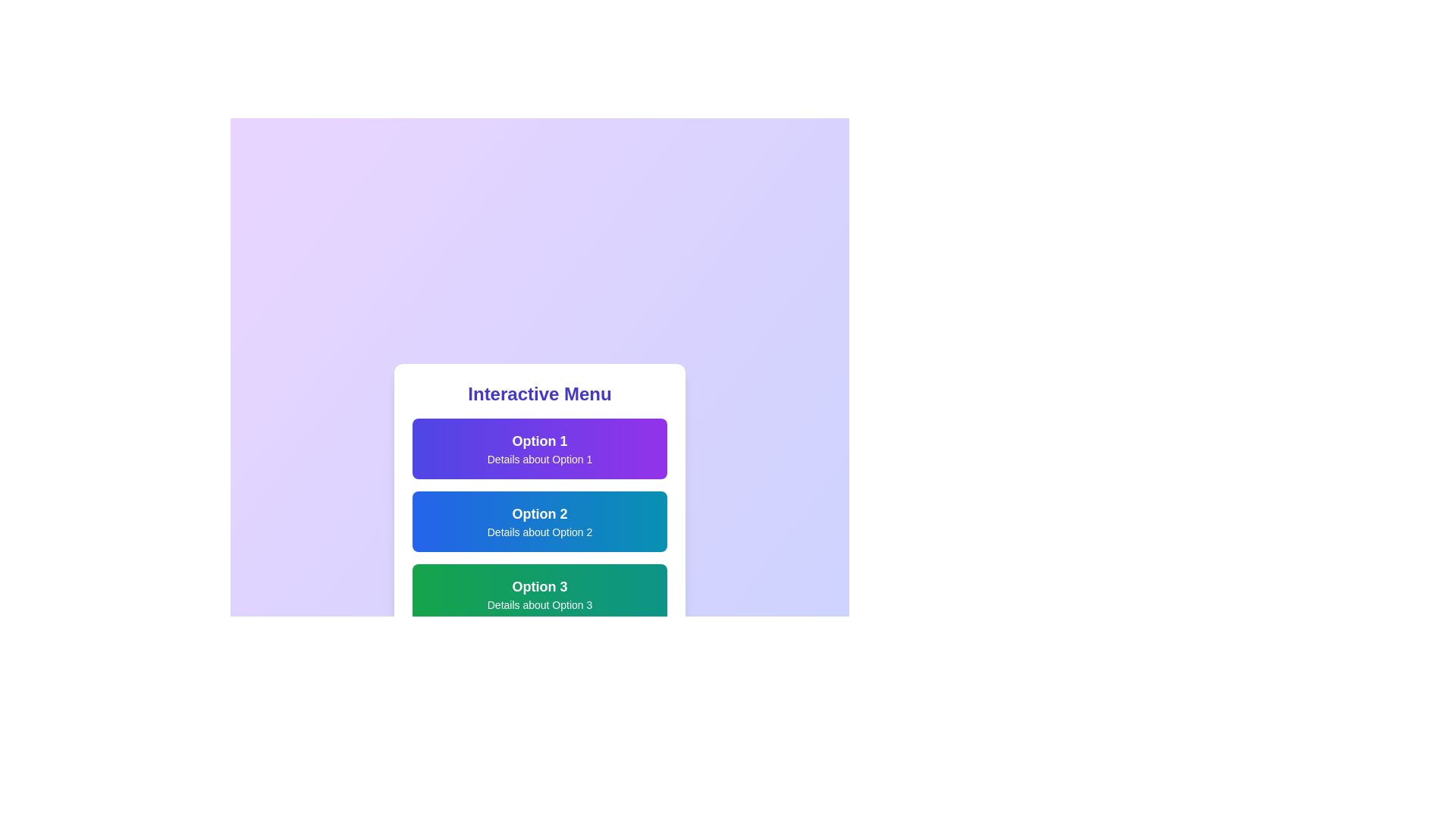  I want to click on the menu option Option 2, so click(539, 520).